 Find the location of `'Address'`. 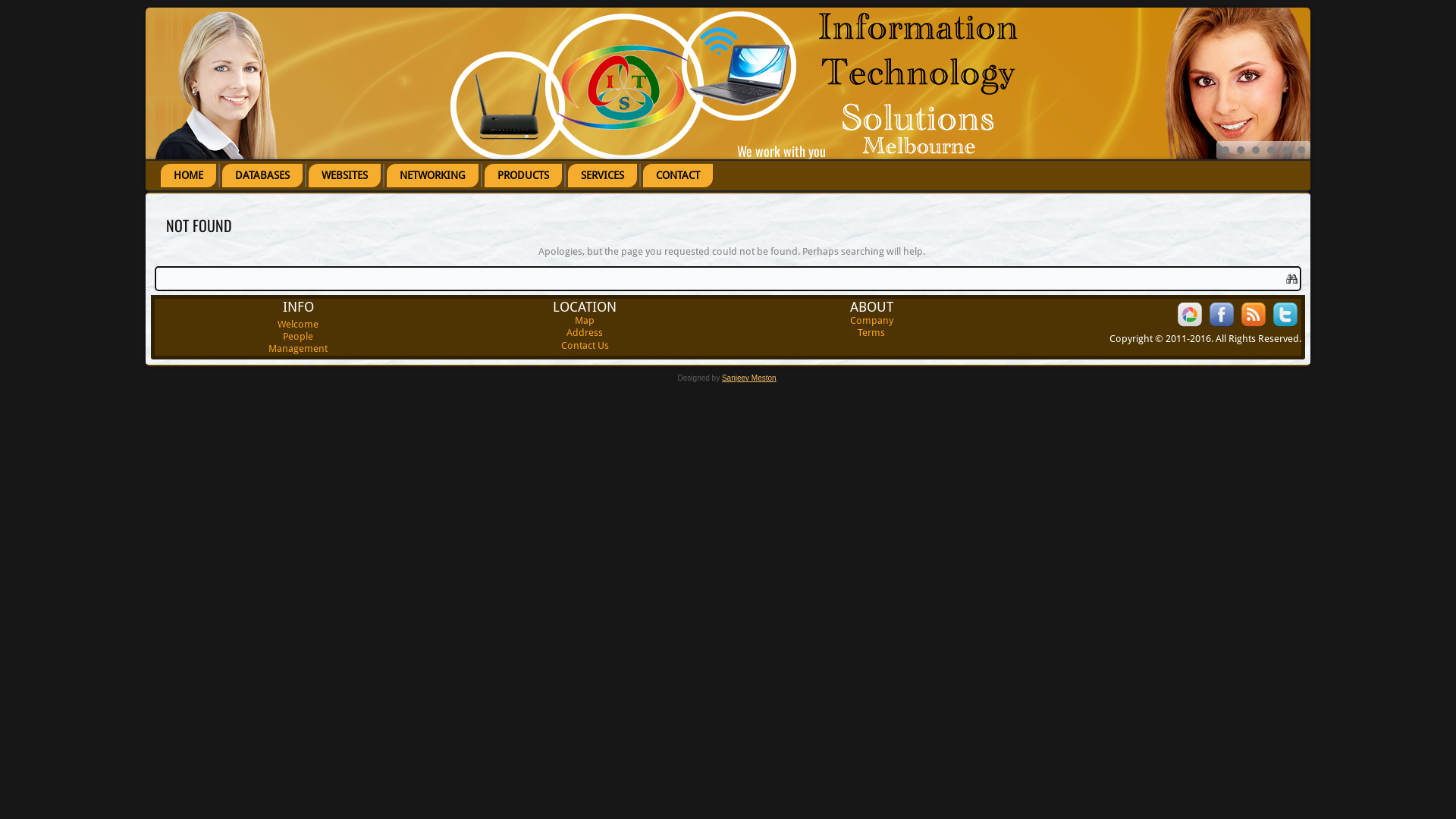

'Address' is located at coordinates (584, 331).